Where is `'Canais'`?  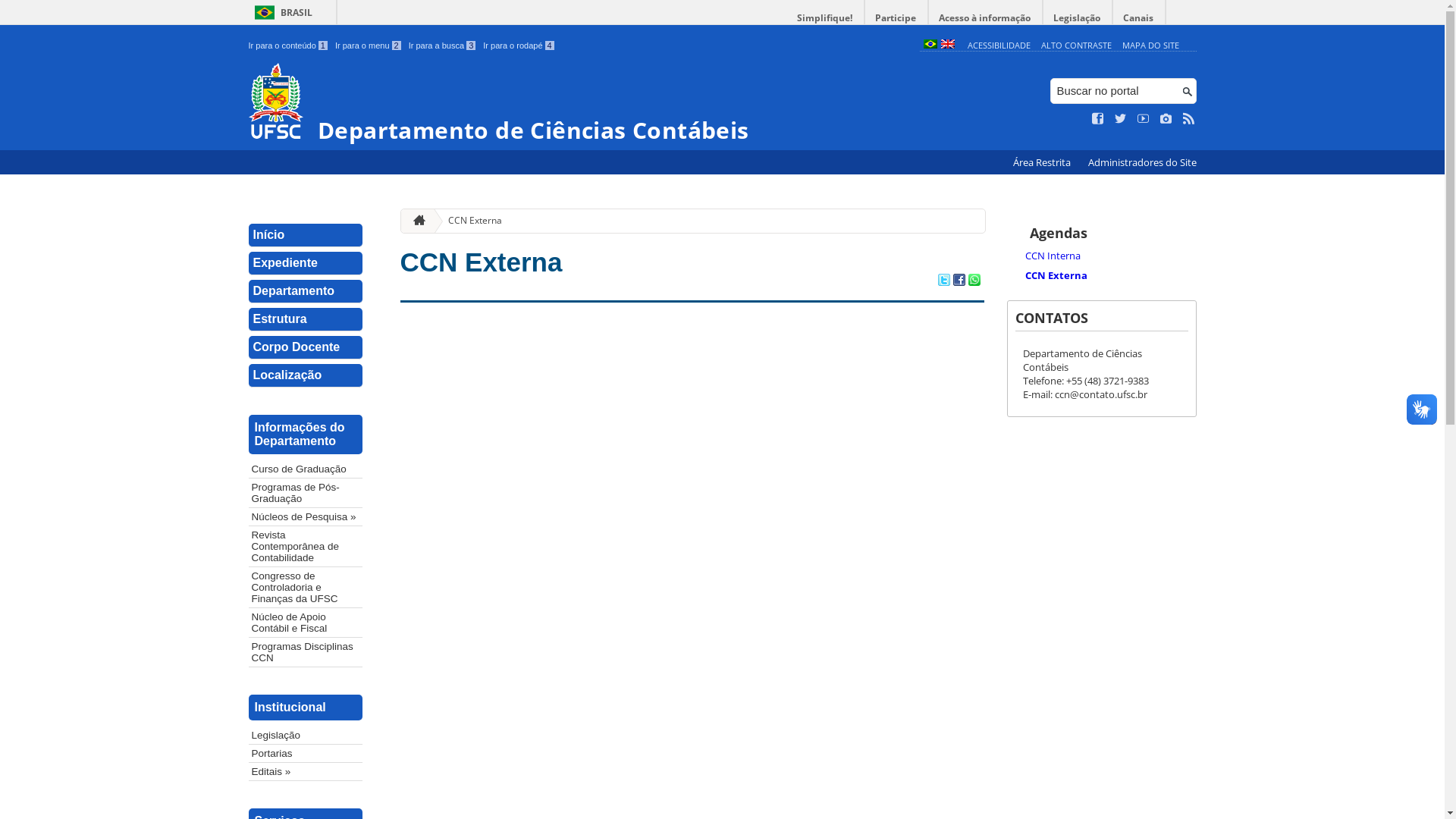
'Canais' is located at coordinates (1139, 17).